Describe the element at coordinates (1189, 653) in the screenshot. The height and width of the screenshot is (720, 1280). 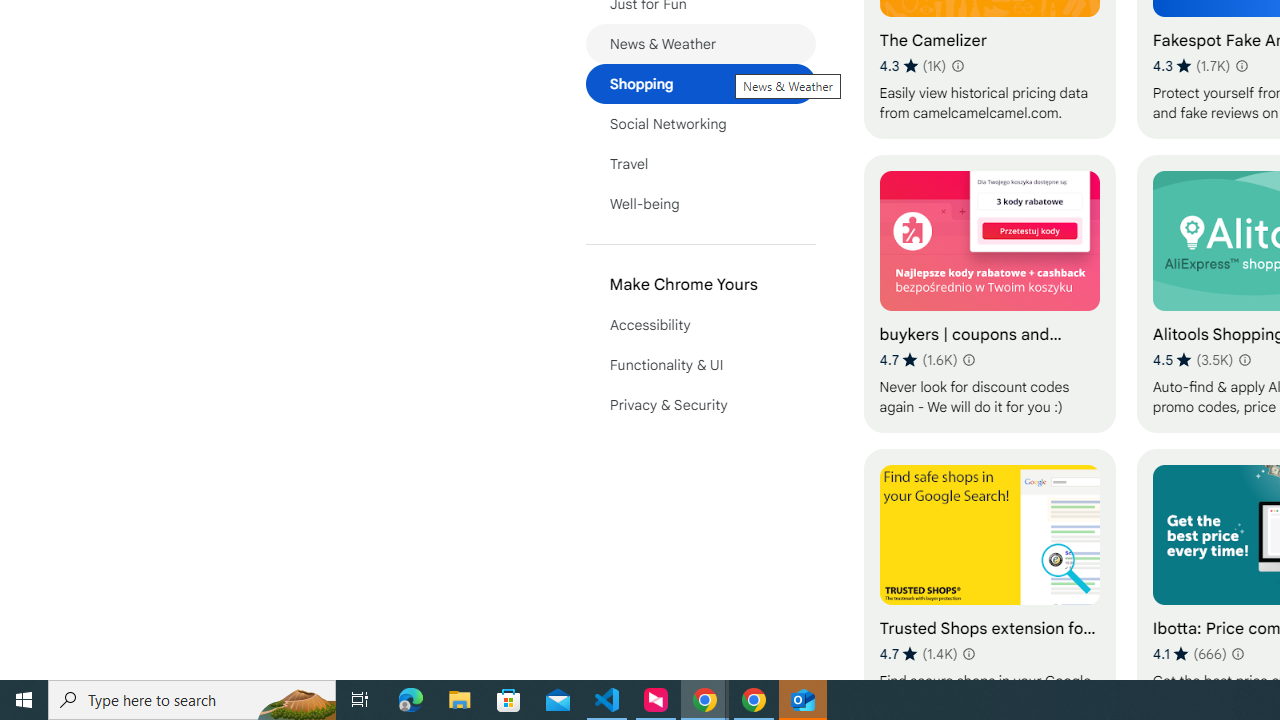
I see `'Average rating 4.1 out of 5 stars. 666 ratings.'` at that location.